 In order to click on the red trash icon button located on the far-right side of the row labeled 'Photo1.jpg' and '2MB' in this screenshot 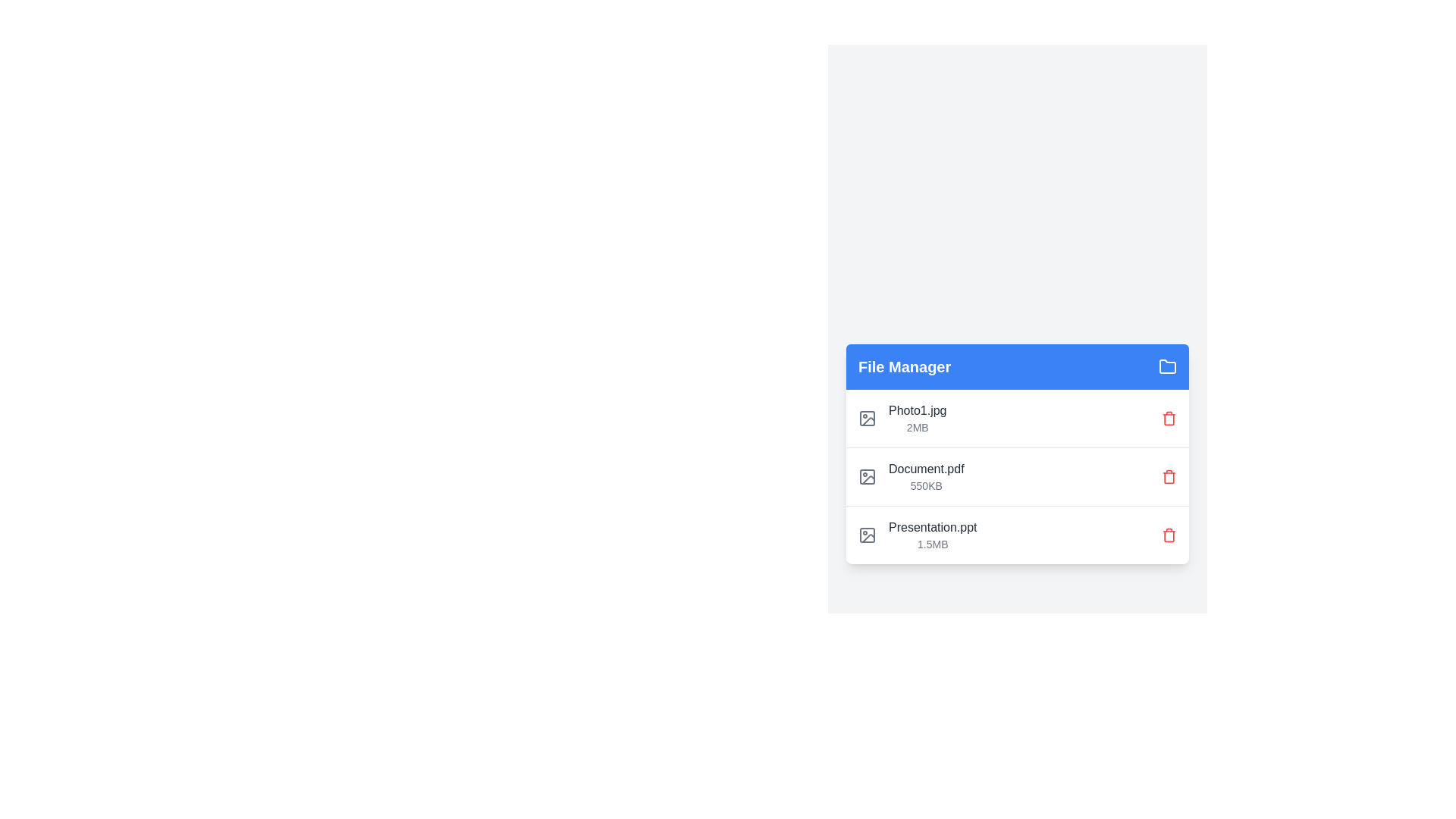, I will do `click(1168, 418)`.